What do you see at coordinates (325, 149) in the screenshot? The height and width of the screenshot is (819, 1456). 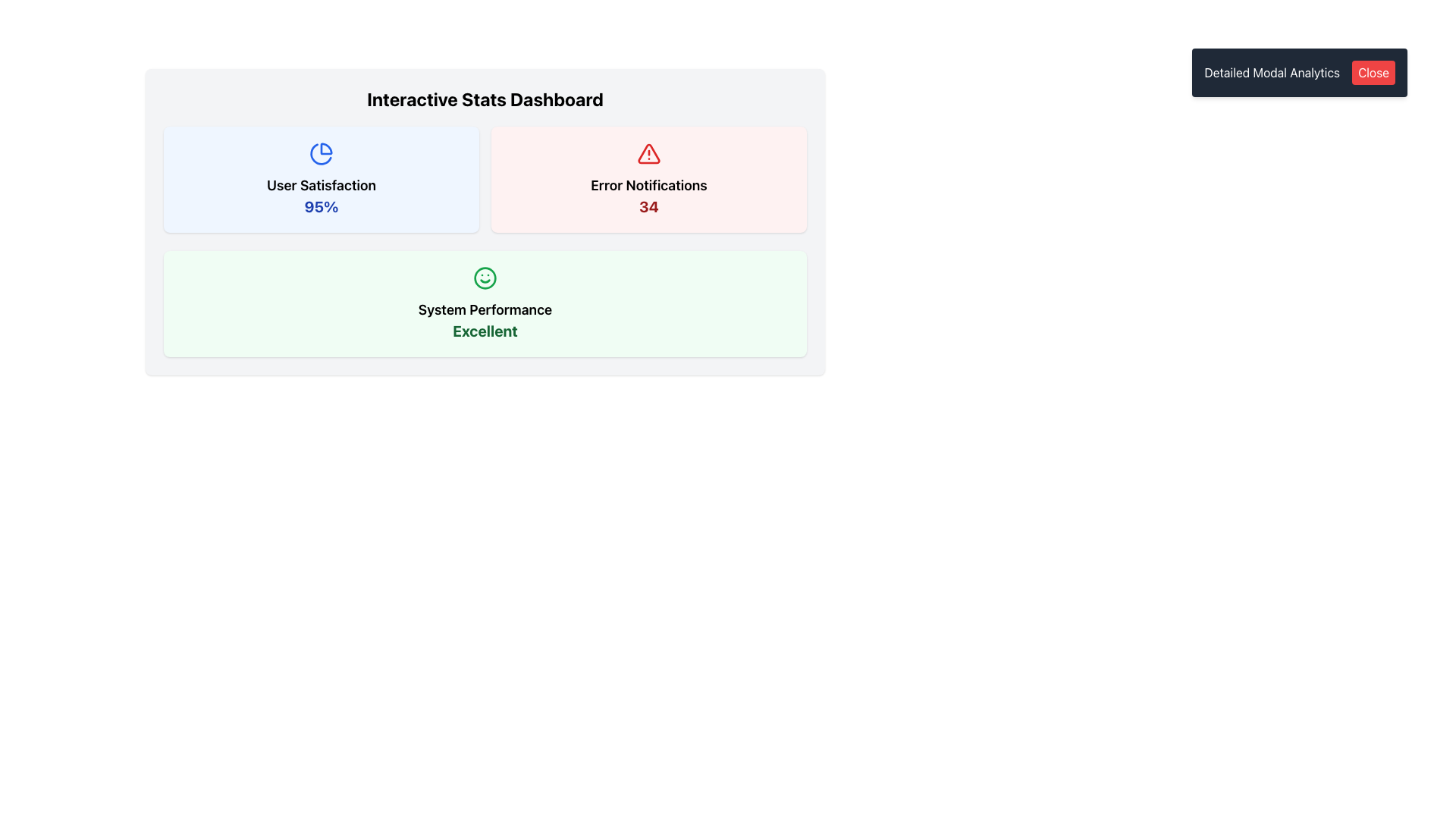 I see `the outer slice of the pie chart in the 'User Satisfaction' section, which is visually represented in blue and is part of an SVG rendering` at bounding box center [325, 149].